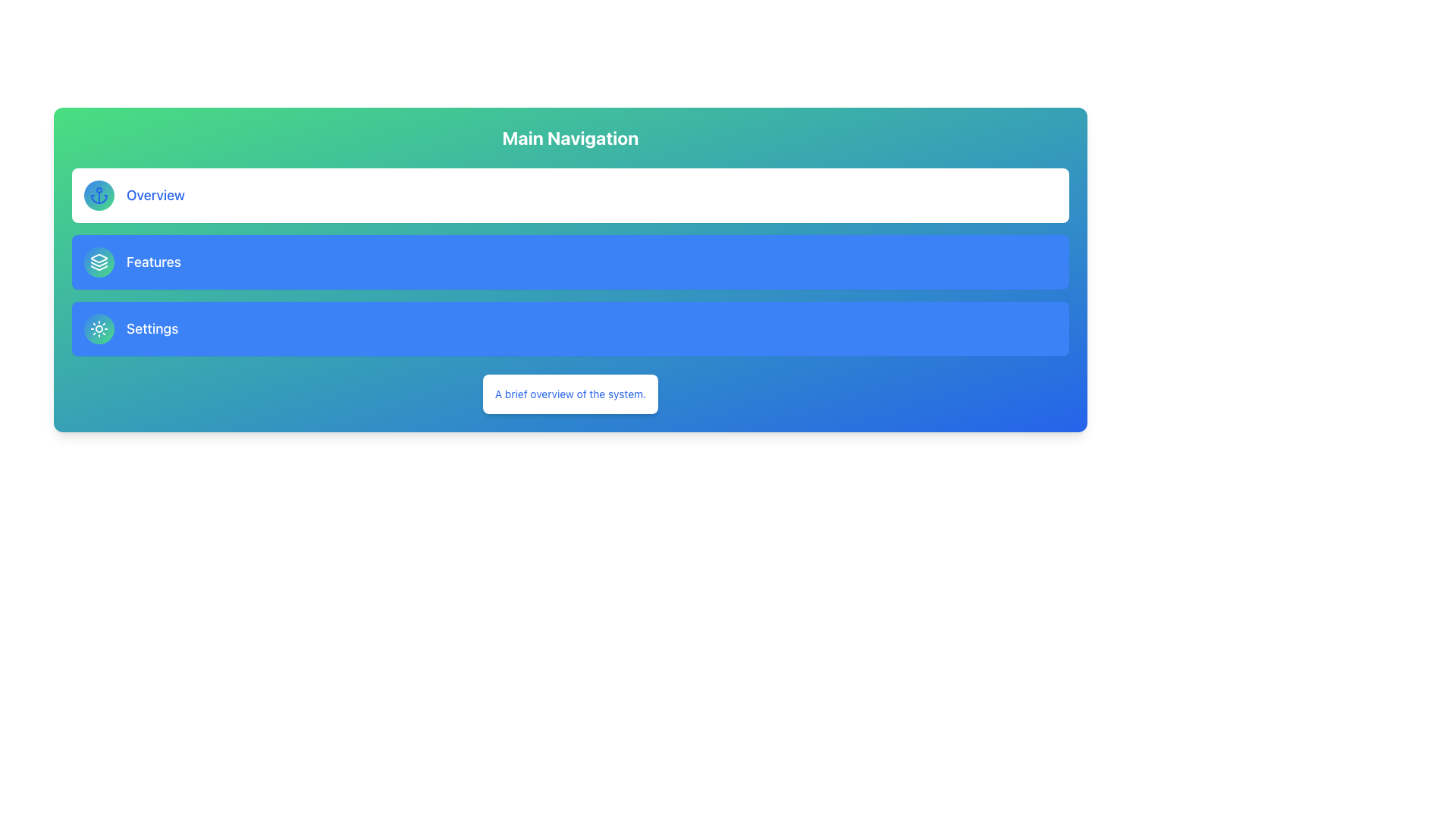 This screenshot has width=1456, height=819. I want to click on the circular icon with a gradient background transitioning from blue to green, which is located in the 'Features' navigation row before the text label 'Features', so click(98, 262).